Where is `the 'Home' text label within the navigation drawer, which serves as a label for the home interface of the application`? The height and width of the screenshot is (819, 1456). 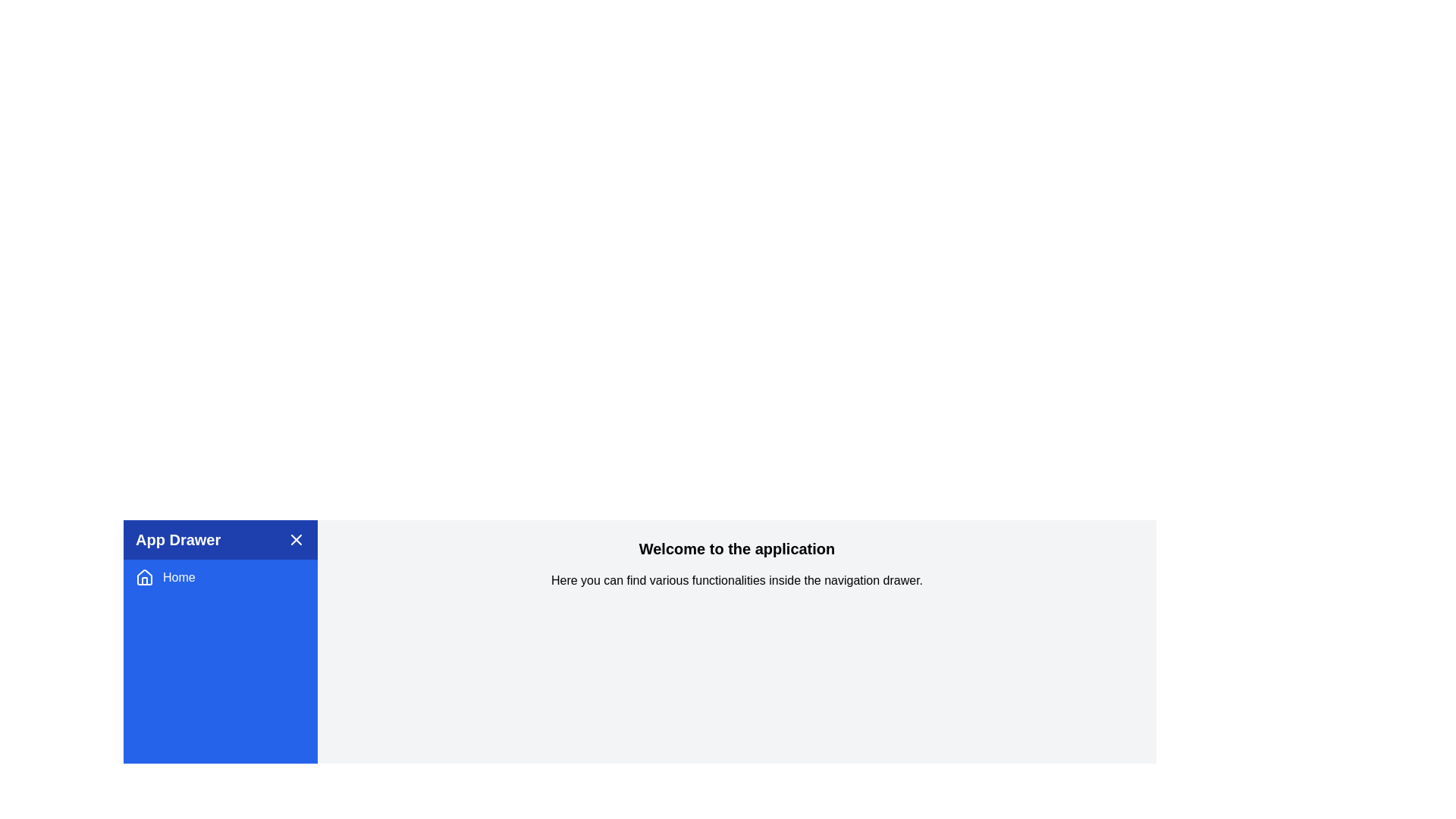
the 'Home' text label within the navigation drawer, which serves as a label for the home interface of the application is located at coordinates (179, 578).